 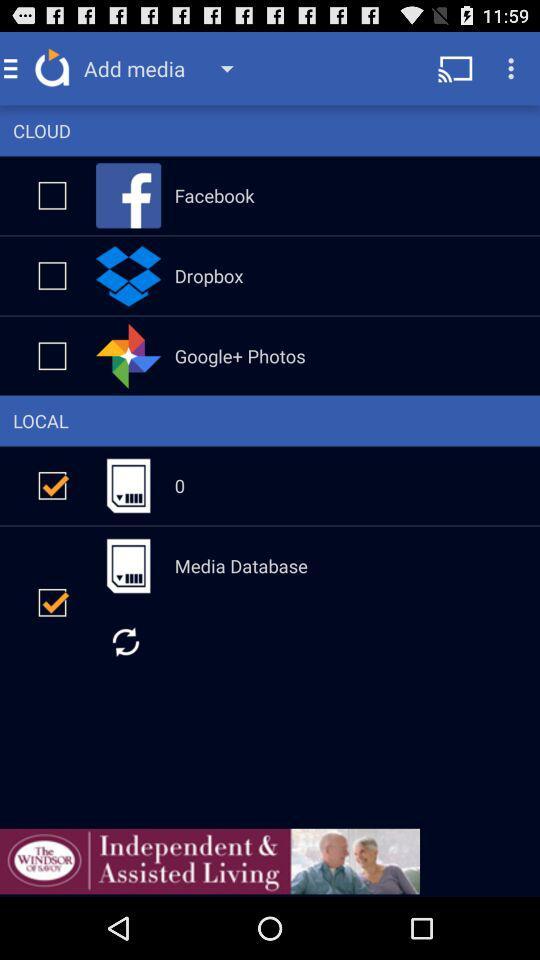 I want to click on tick option, so click(x=52, y=355).